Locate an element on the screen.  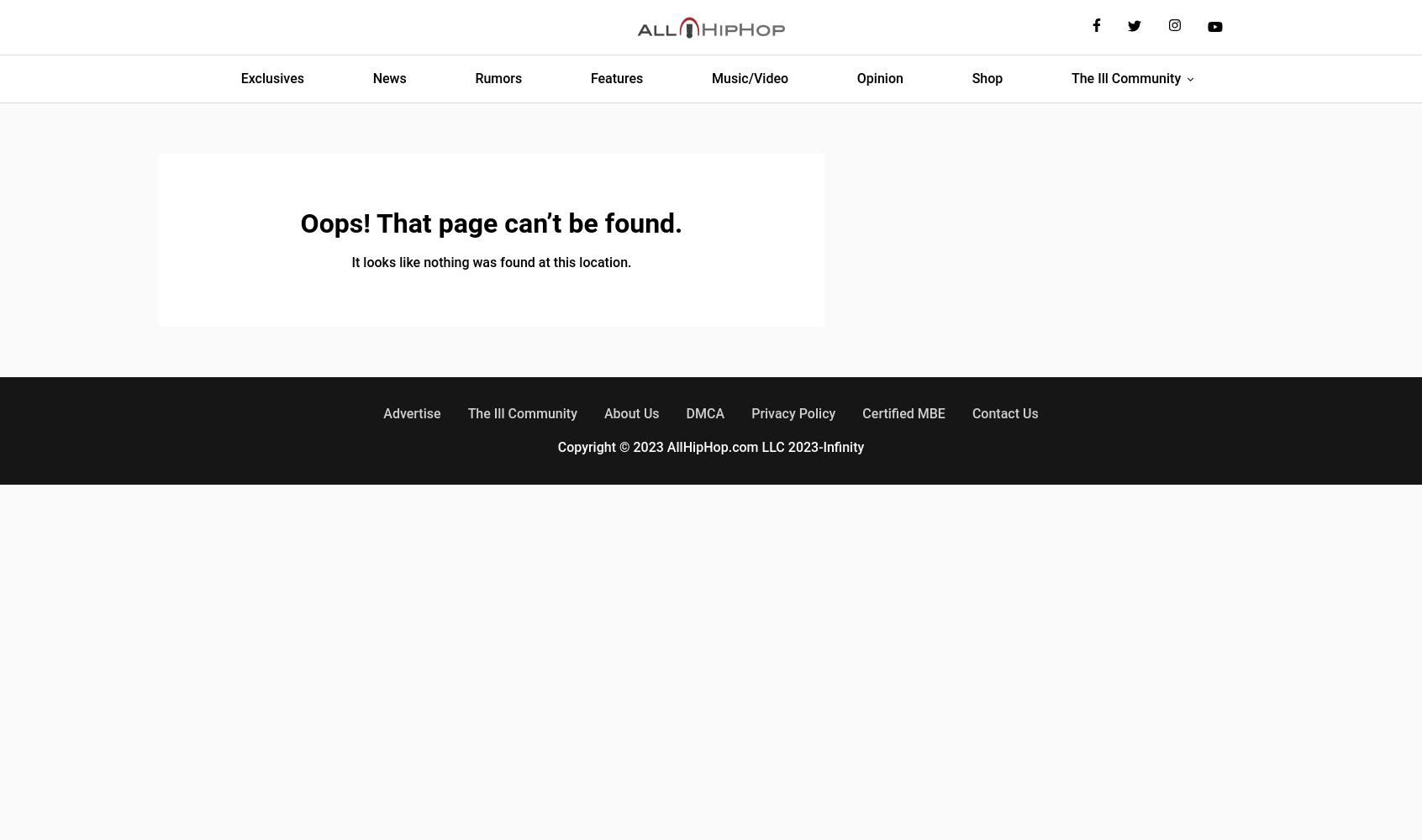
'Copyright © 2023 AllHipHop.com LLC 2023-Infinity' is located at coordinates (710, 447).